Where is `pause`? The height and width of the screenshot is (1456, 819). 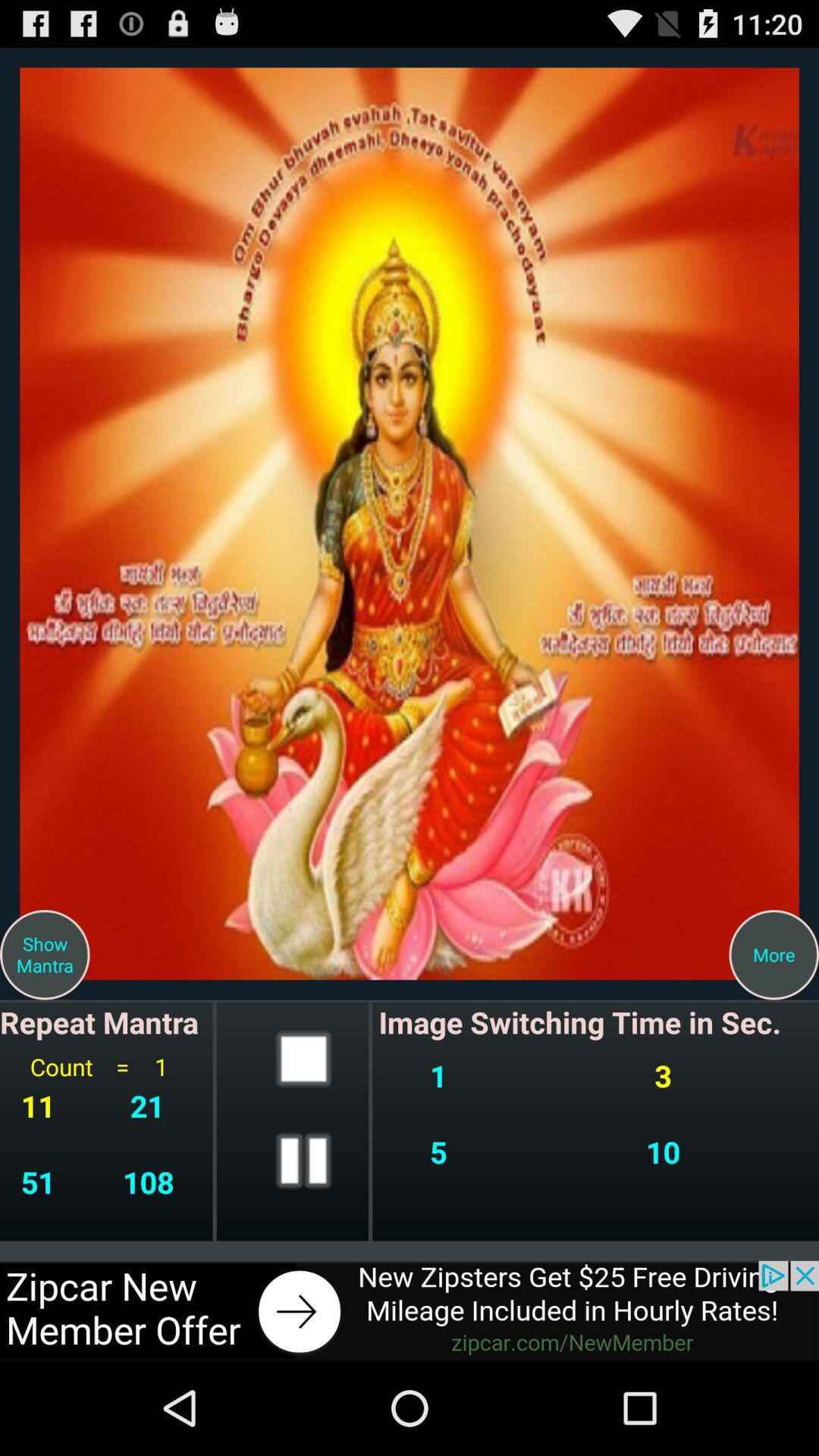
pause is located at coordinates (303, 1159).